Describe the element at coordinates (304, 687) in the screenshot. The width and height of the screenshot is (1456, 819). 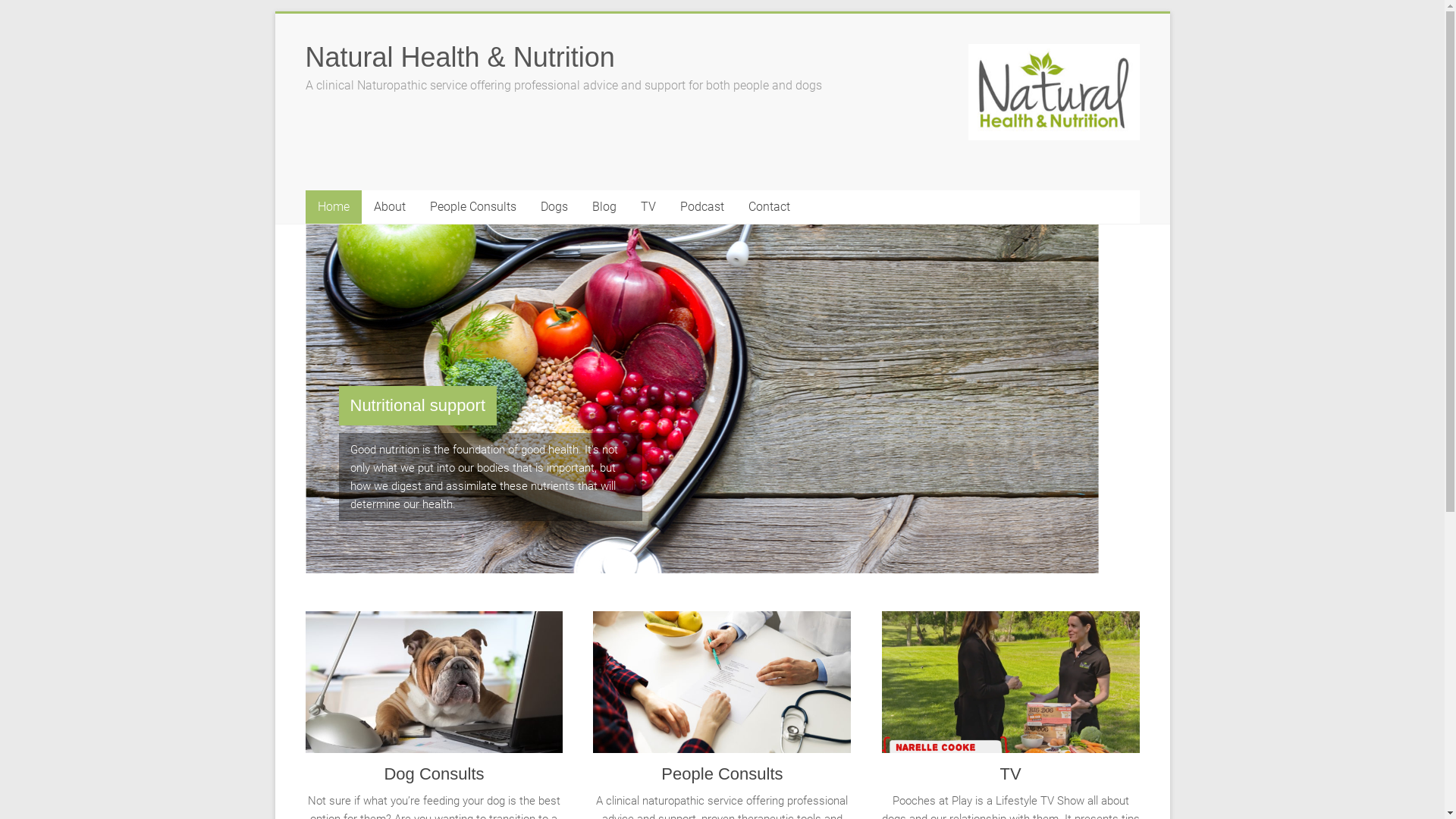
I see `'Dog Consults'` at that location.